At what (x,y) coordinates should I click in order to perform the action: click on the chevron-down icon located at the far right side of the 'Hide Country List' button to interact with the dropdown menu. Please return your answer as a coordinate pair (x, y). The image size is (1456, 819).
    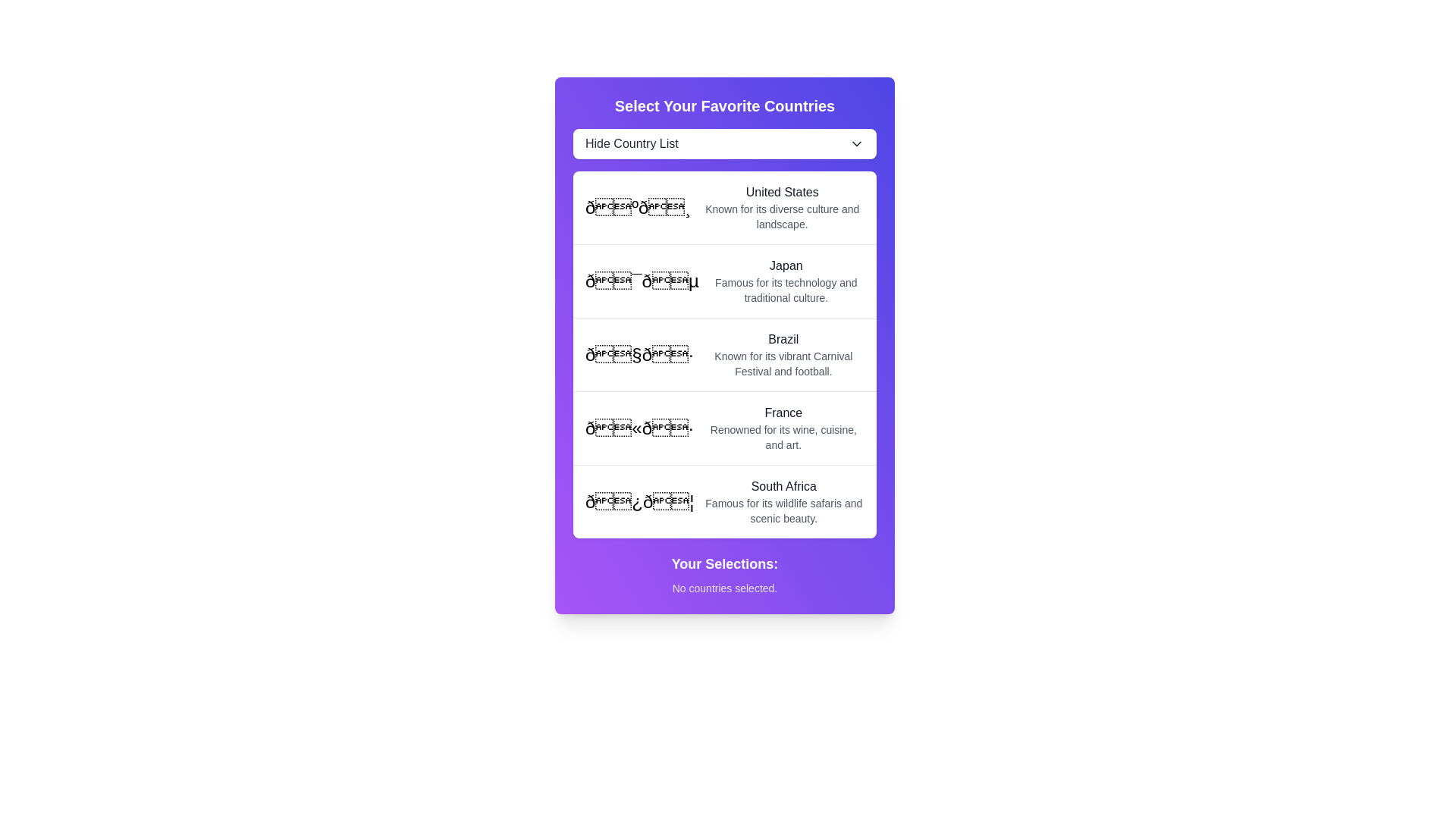
    Looking at the image, I should click on (856, 143).